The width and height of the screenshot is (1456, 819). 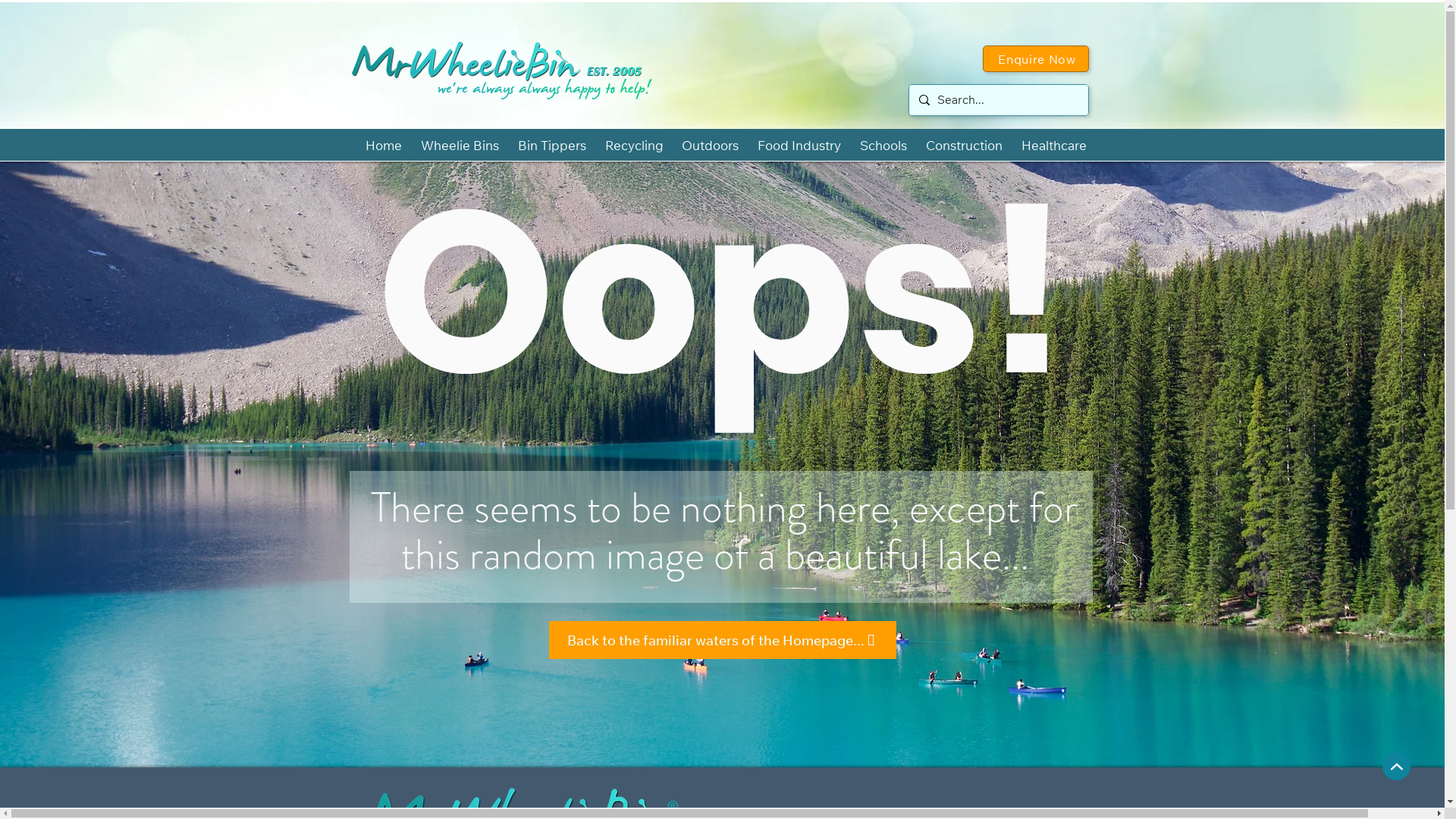 I want to click on 'Construction', so click(x=963, y=145).